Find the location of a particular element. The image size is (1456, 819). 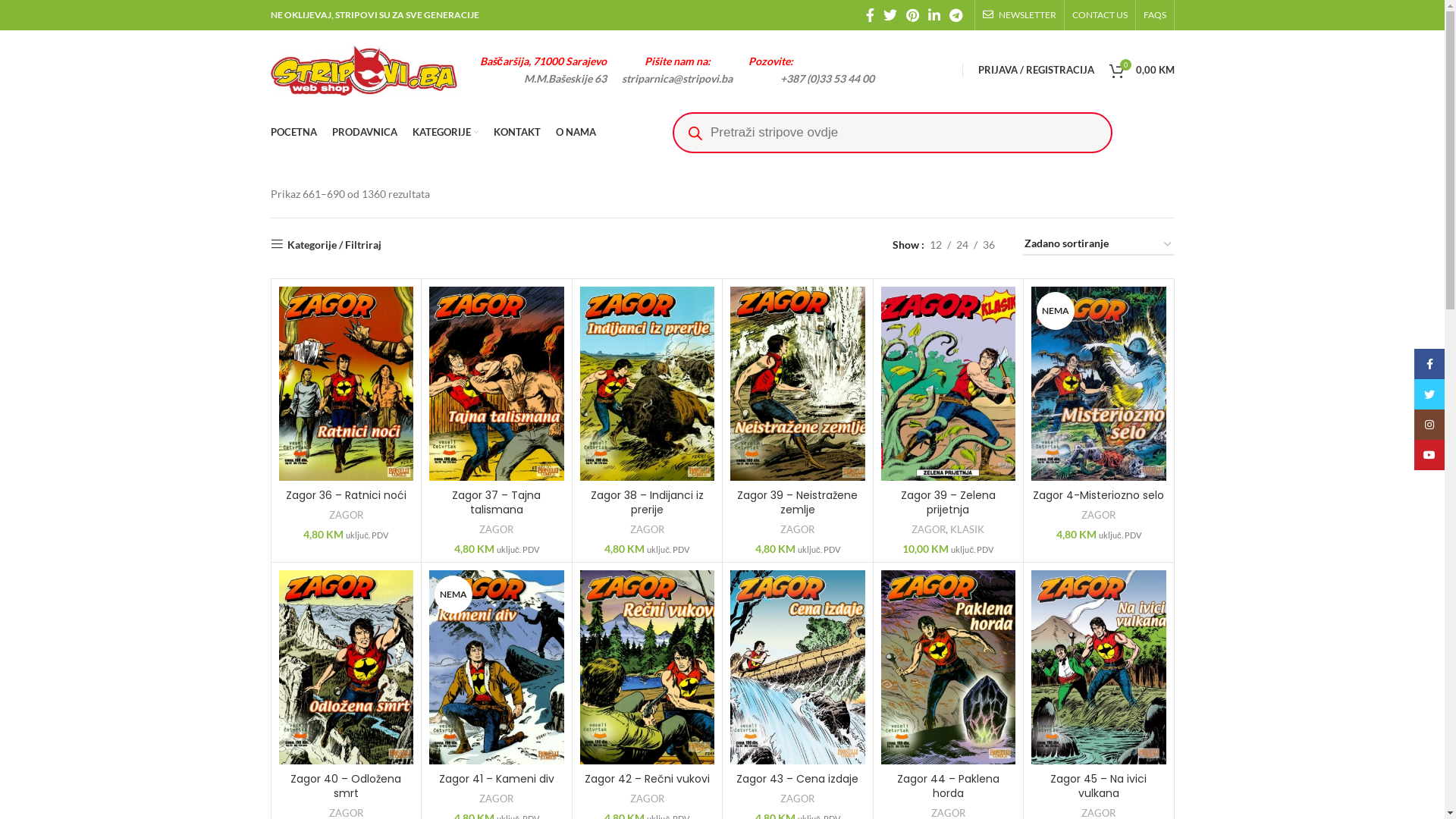

'O NAMA' is located at coordinates (574, 131).